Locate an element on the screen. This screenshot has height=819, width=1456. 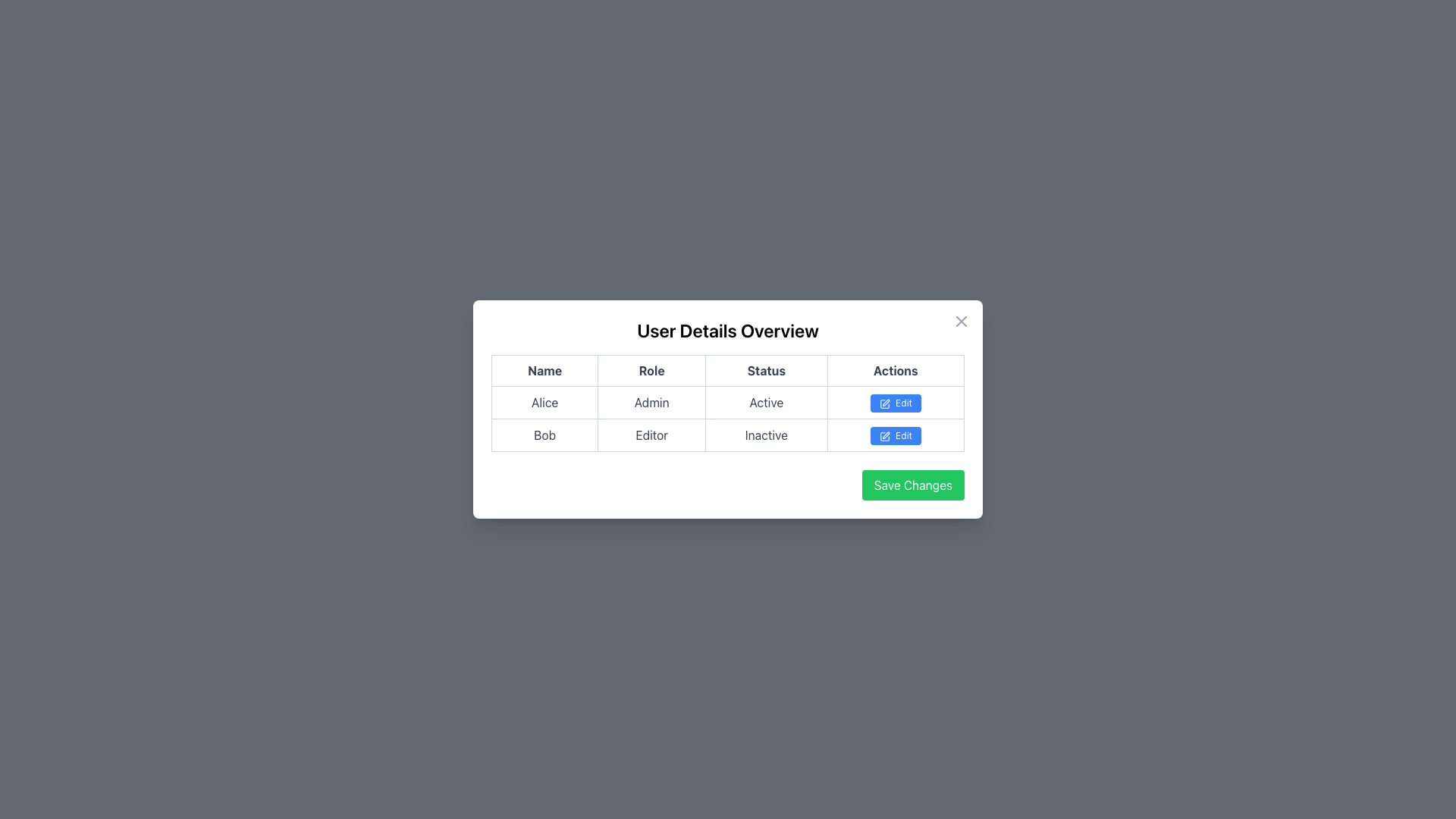
the edit icon inside the blue button labeled 'Edit' located in the top-right corner of the second row under the 'Actions' column is located at coordinates (884, 436).